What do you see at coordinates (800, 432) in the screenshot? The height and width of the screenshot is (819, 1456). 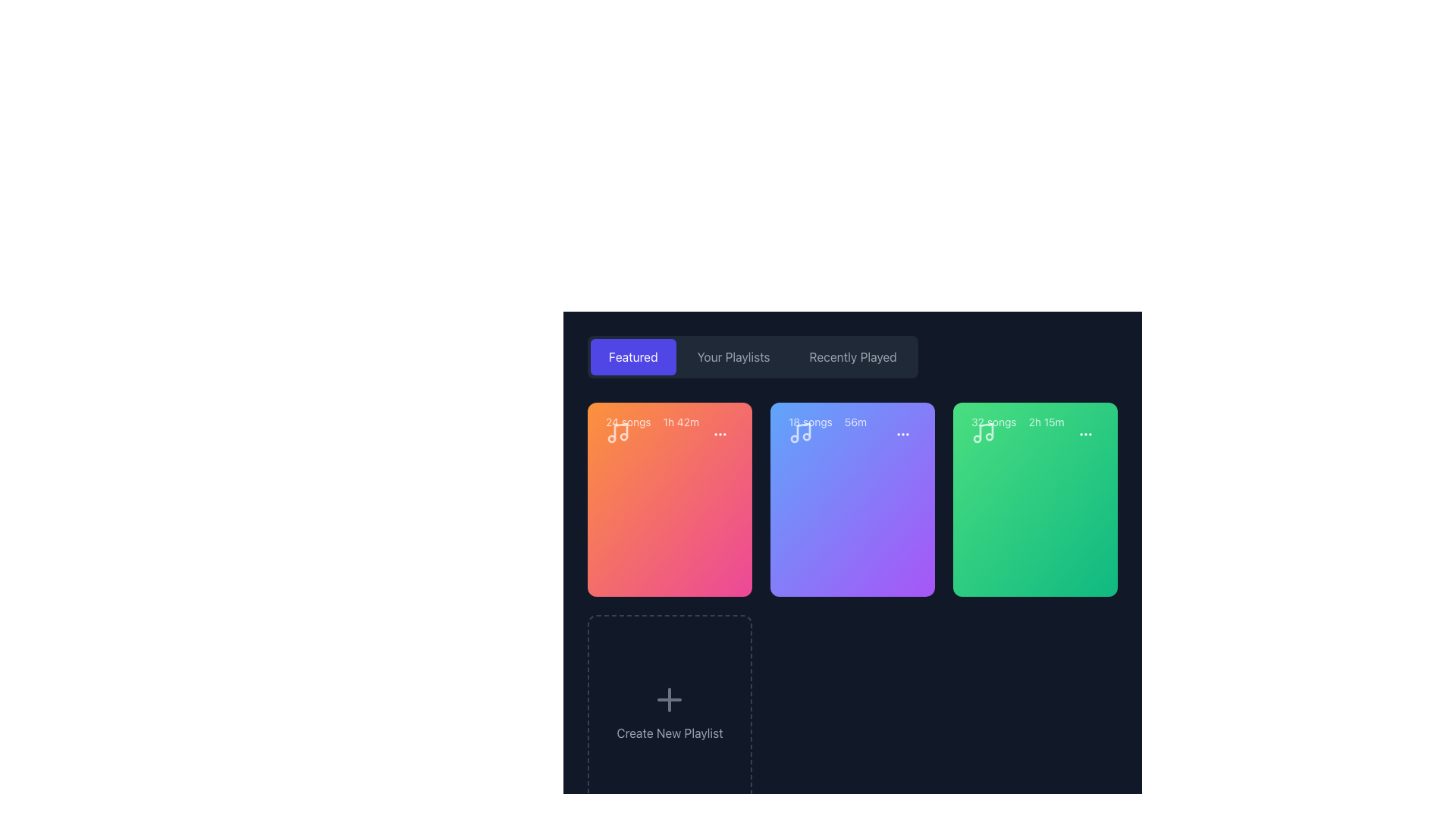 I see `the white musical note icon located in the top-left corner of the blue card, which has the text '8 songs' displayed above it` at bounding box center [800, 432].